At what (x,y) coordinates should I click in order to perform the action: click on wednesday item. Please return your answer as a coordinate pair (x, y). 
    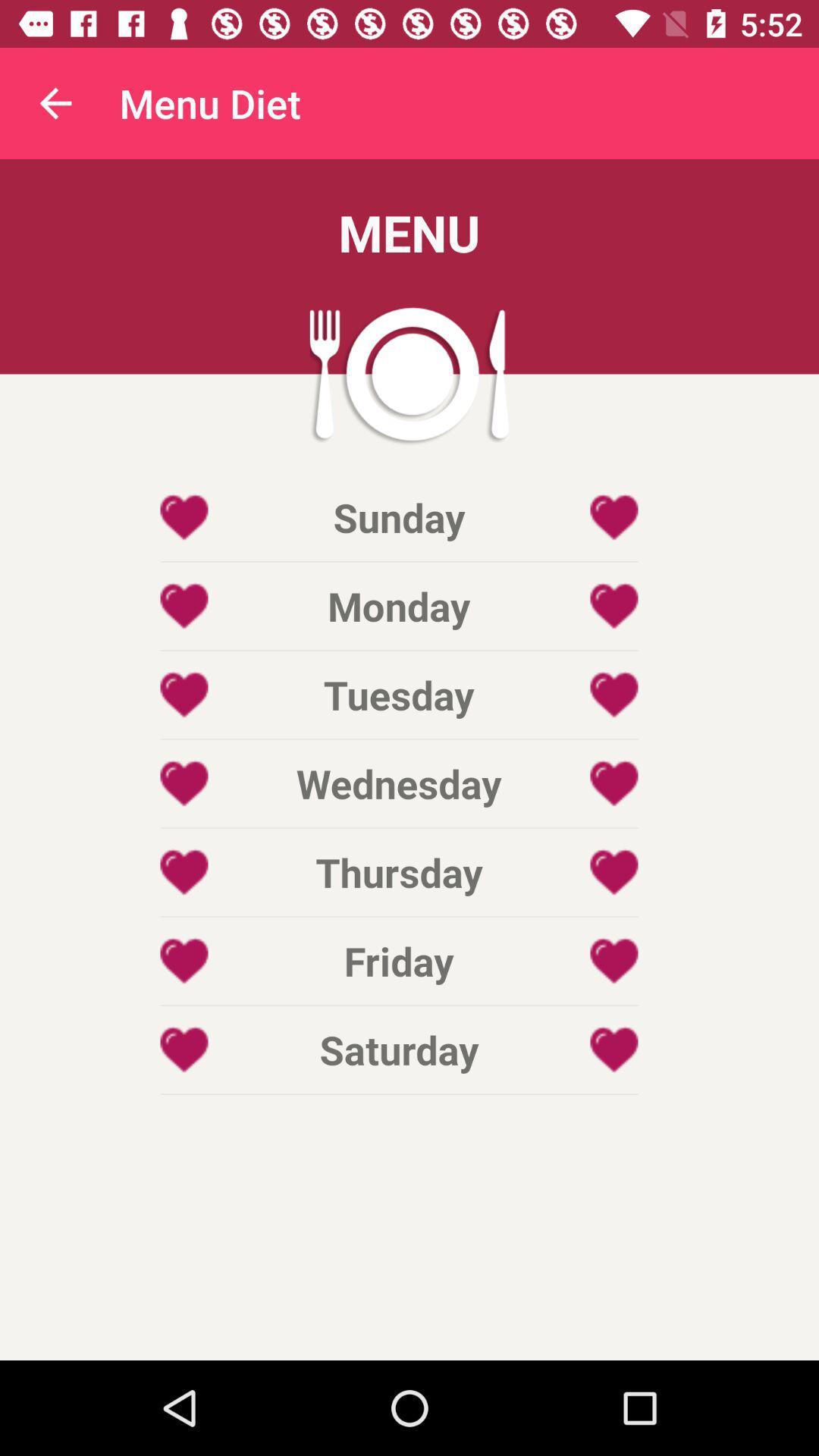
    Looking at the image, I should click on (398, 783).